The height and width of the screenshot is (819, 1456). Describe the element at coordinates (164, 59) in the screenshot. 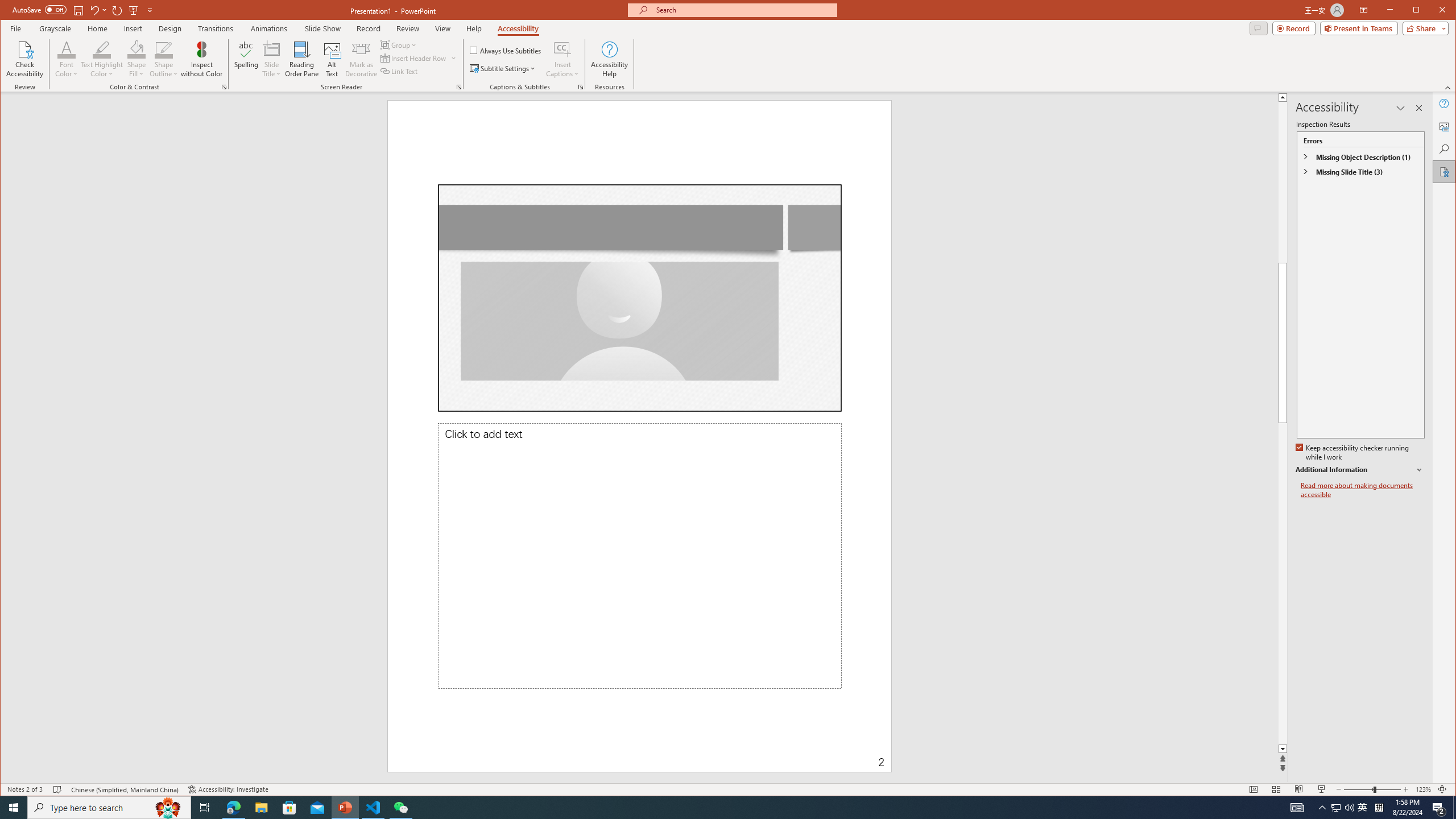

I see `'Shape Outline'` at that location.